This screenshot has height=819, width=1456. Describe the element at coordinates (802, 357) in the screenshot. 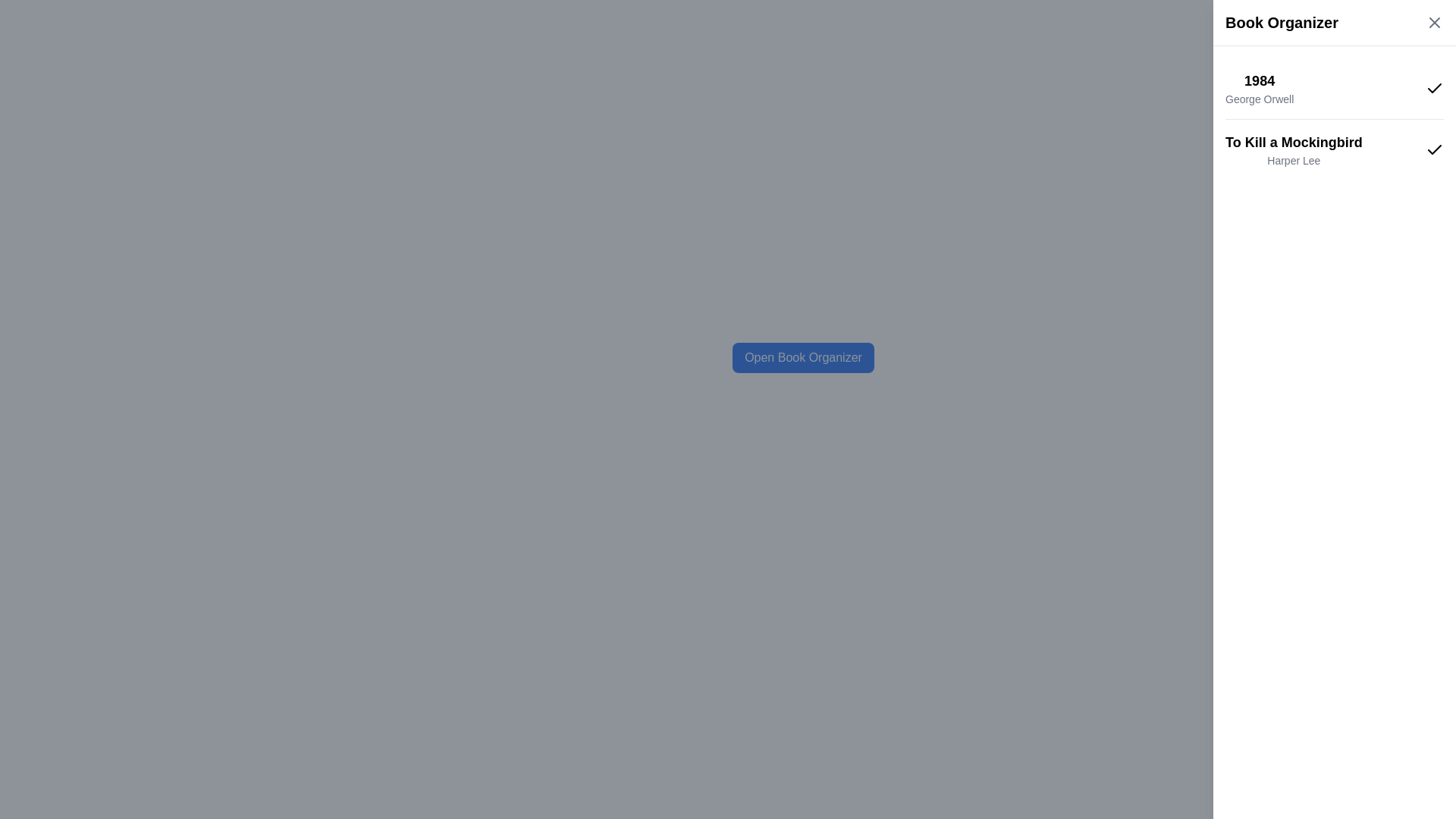

I see `the 'Book Organizer' button located centrally horizontally near the bottom edge of the gray canvas` at that location.